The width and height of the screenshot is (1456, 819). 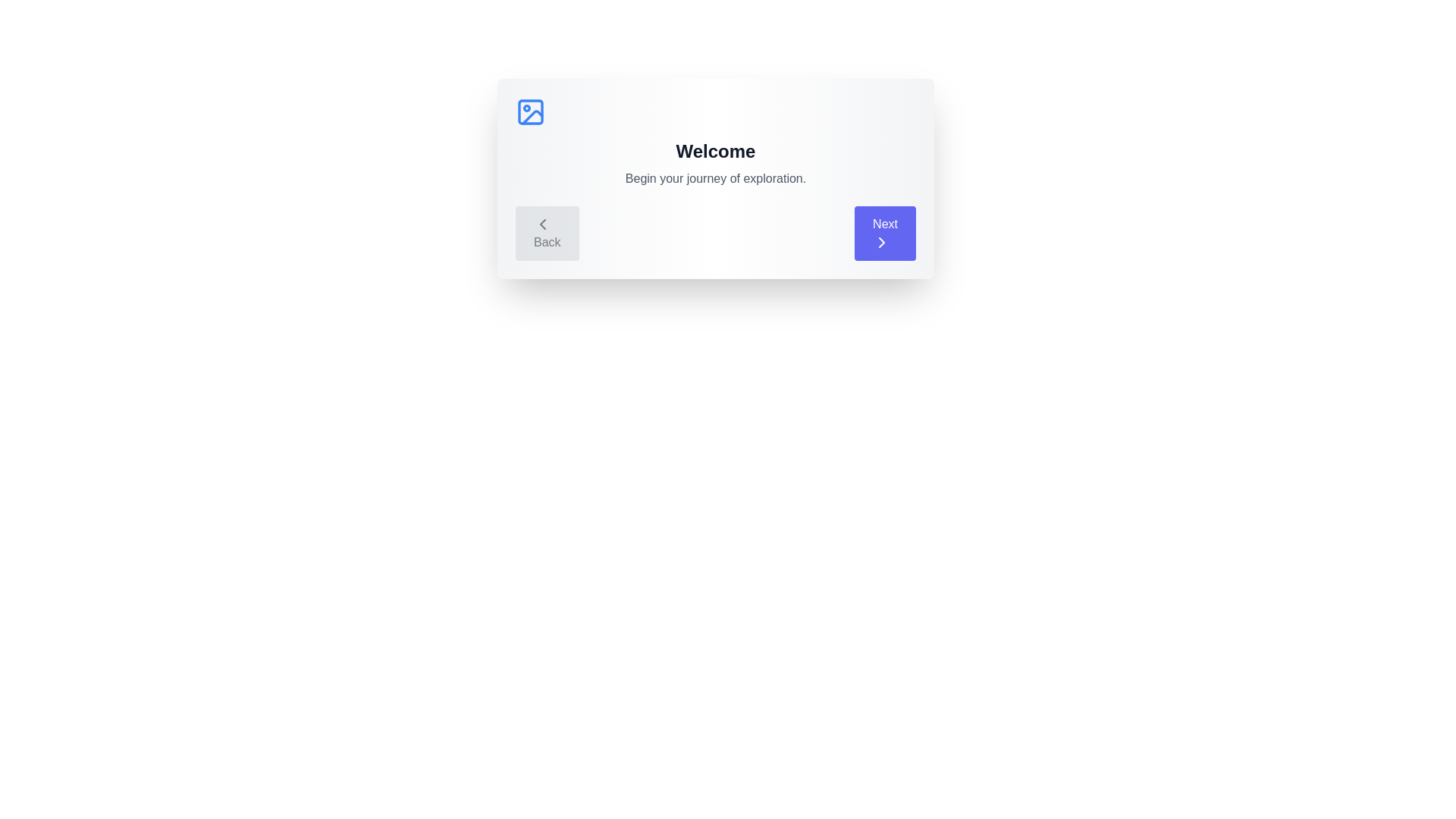 I want to click on the 'Next' button to proceed to the next step in the tour, so click(x=884, y=234).